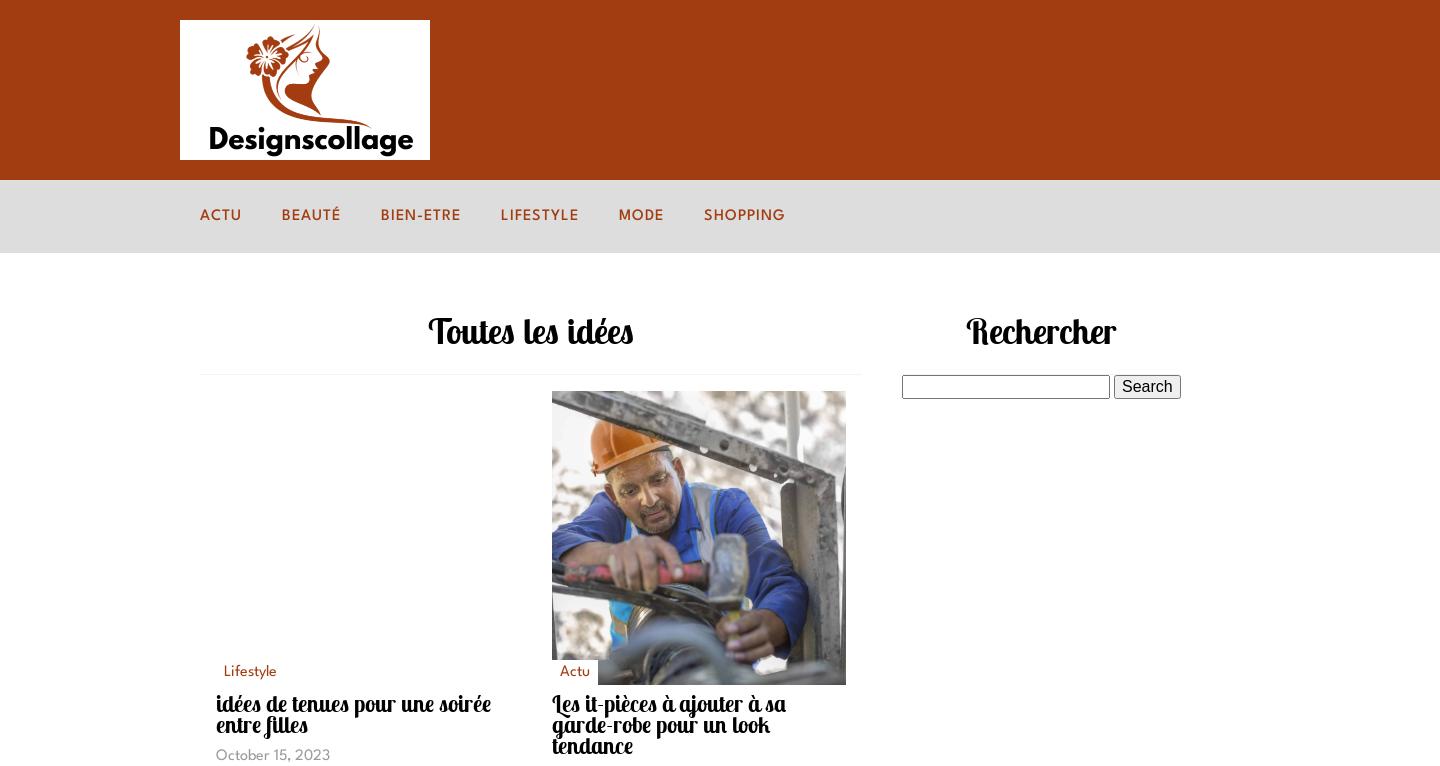 The image size is (1440, 766). Describe the element at coordinates (530, 329) in the screenshot. I see `'Toutes les idées'` at that location.